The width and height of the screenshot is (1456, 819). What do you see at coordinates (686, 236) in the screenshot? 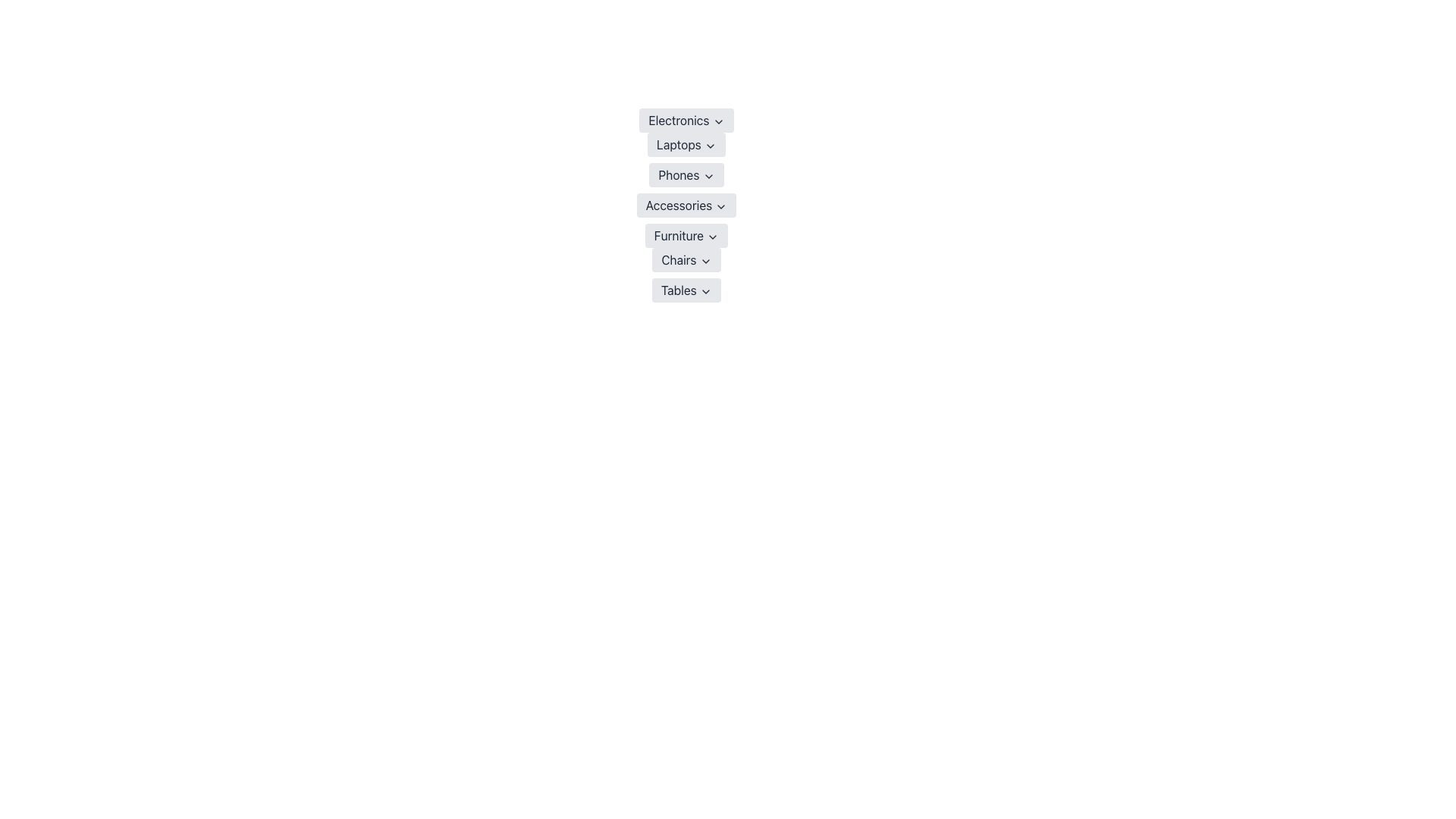
I see `the dropdown button located fourth in a vertical list of buttons, positioned below 'Accessories' and above 'Chairs'` at bounding box center [686, 236].